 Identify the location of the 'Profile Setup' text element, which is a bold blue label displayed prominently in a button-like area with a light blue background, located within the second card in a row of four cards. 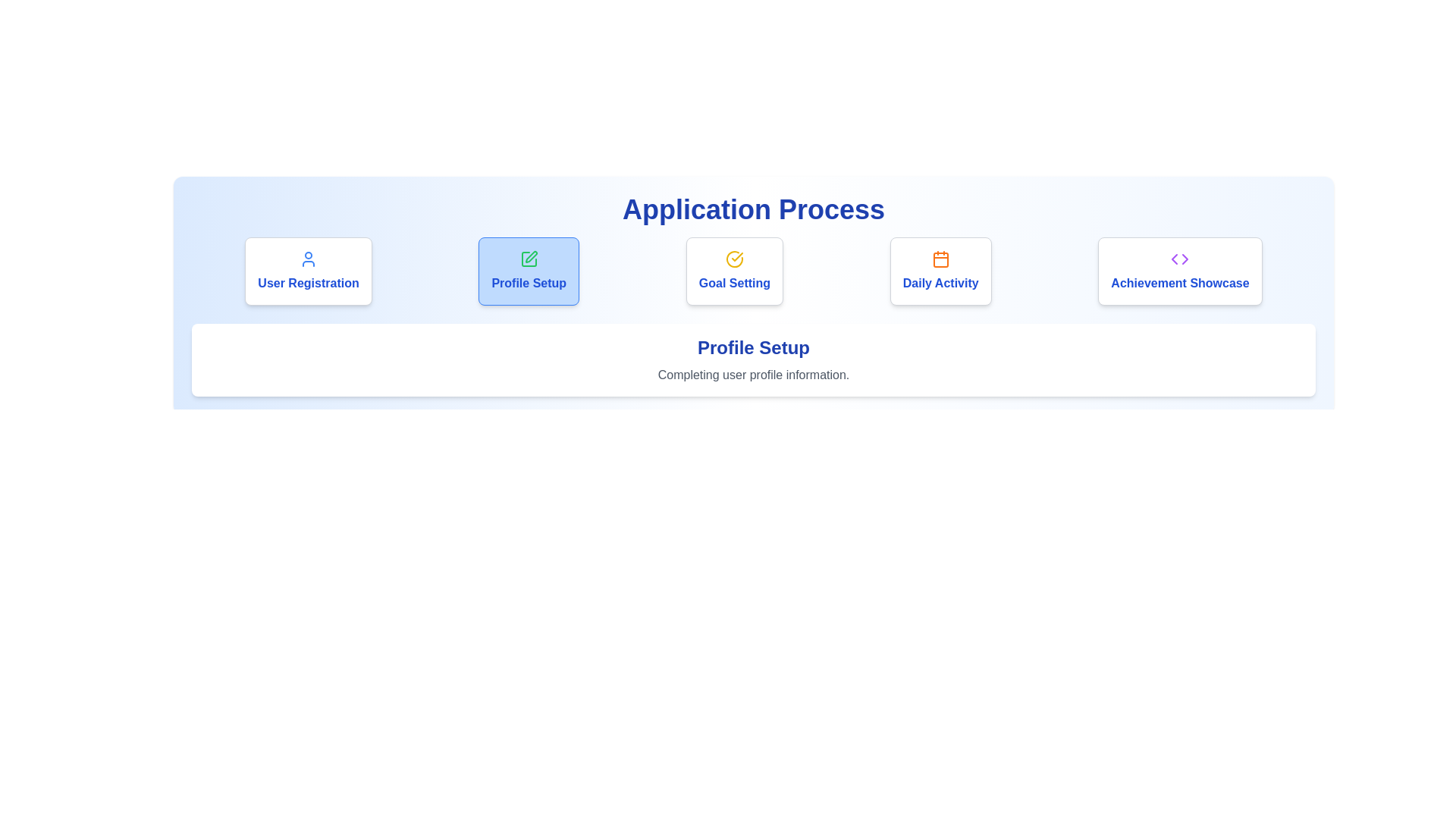
(529, 284).